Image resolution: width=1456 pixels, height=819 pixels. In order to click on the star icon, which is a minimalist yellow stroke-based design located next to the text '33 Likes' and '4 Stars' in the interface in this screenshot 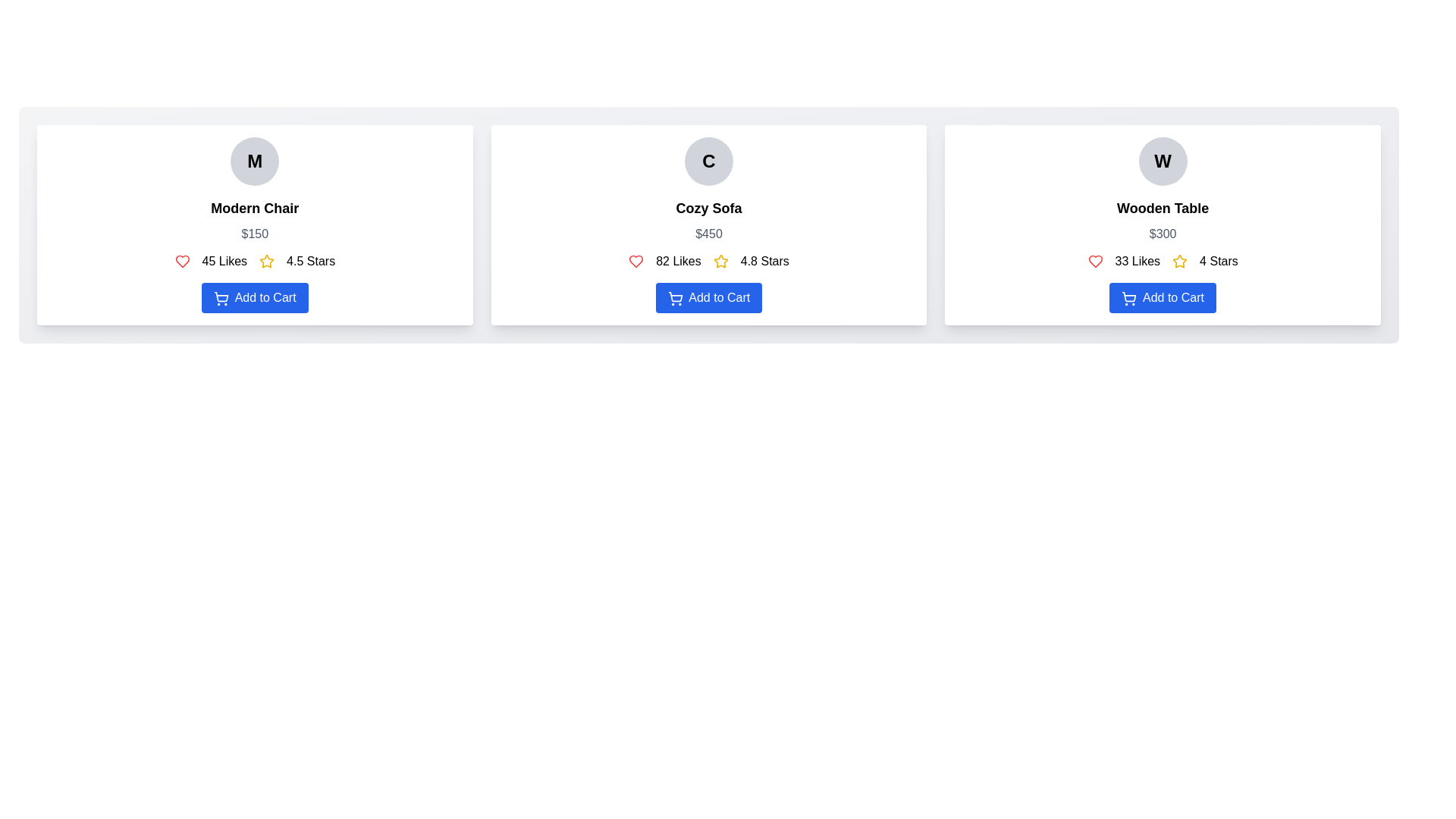, I will do `click(1179, 260)`.